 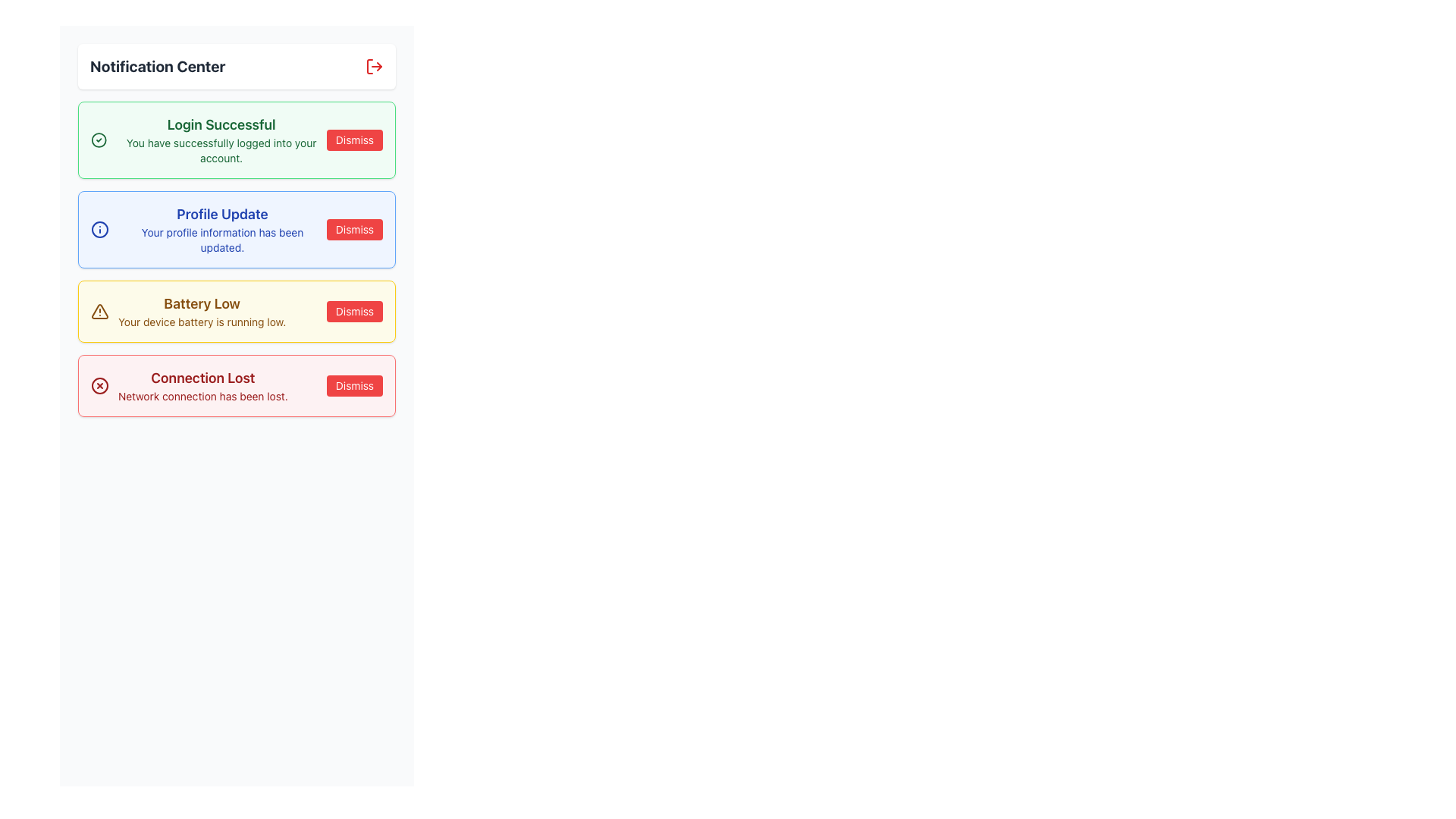 I want to click on the text display that informs the user about their device's low battery status, positioned below the 'Battery Low' title within the notification card, so click(x=201, y=321).